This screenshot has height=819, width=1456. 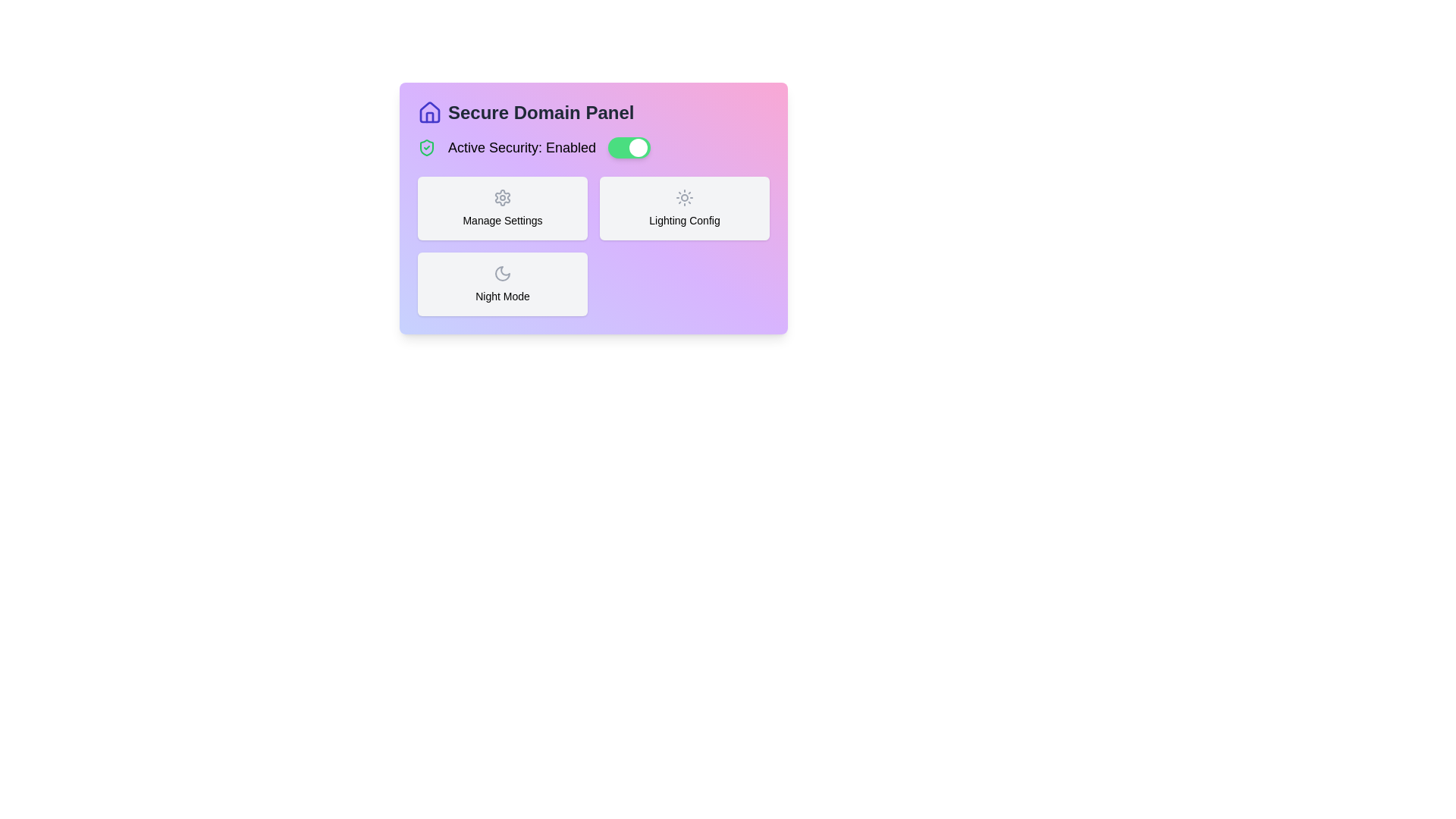 I want to click on the small circular crescent moon icon styled in gray, located within the 'Night Mode' section at the lower left corner of the interface, so click(x=502, y=274).